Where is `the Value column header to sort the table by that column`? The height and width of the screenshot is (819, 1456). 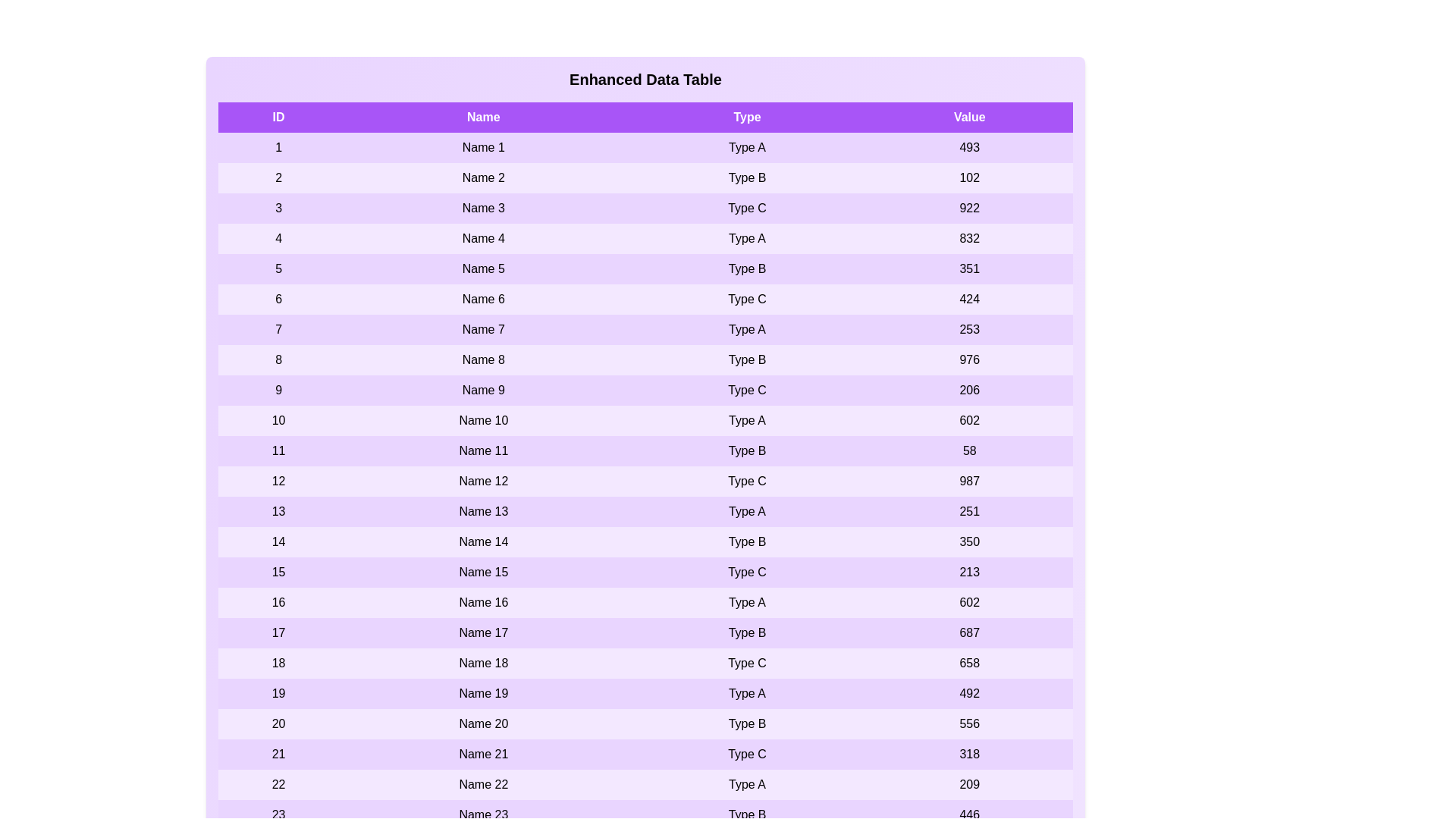
the Value column header to sort the table by that column is located at coordinates (968, 116).